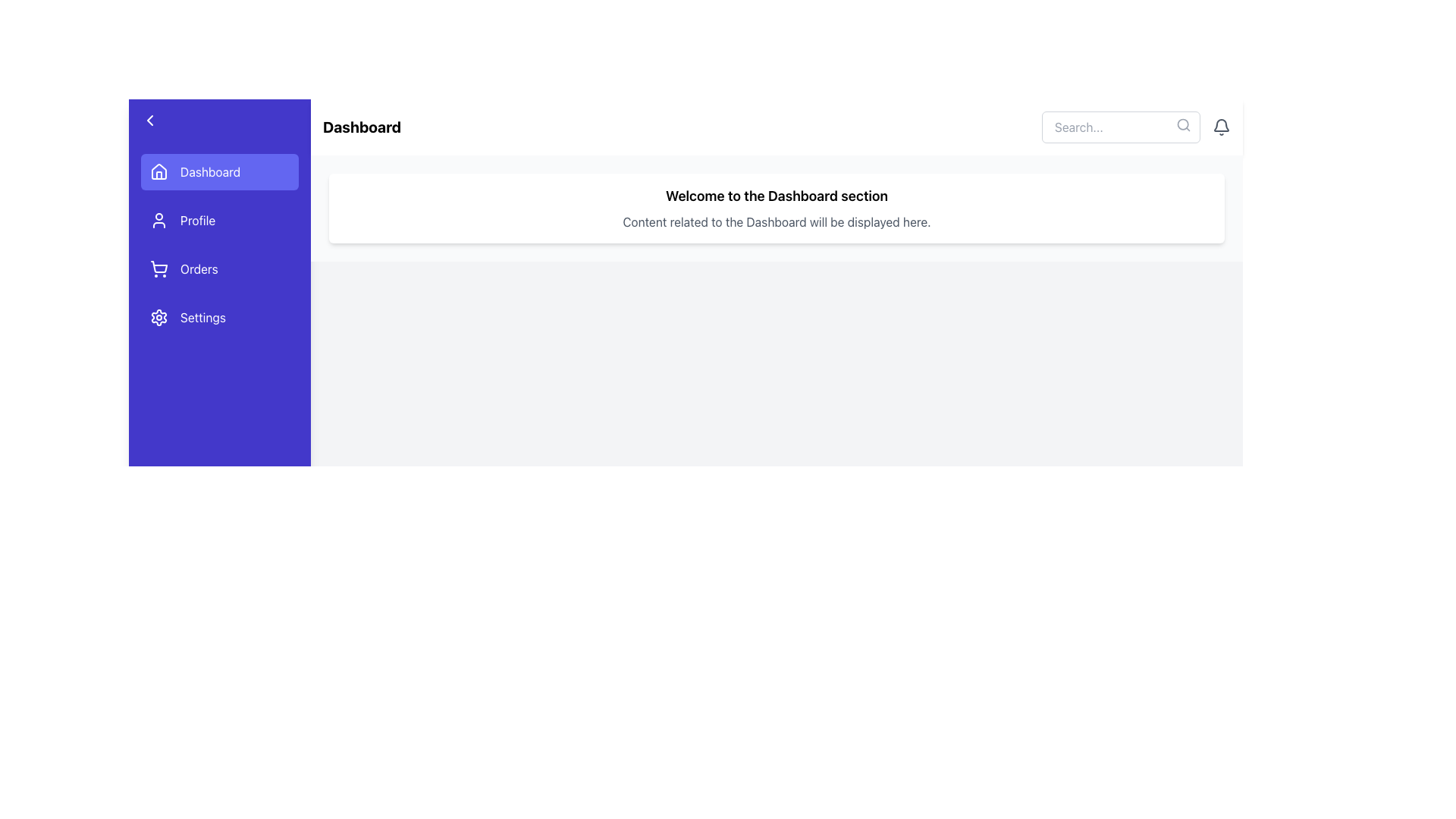 Image resolution: width=1456 pixels, height=819 pixels. I want to click on the 'Orders' text label located in the left sidebar, positioned between the 'Profile' and 'Settings' text, so click(198, 268).